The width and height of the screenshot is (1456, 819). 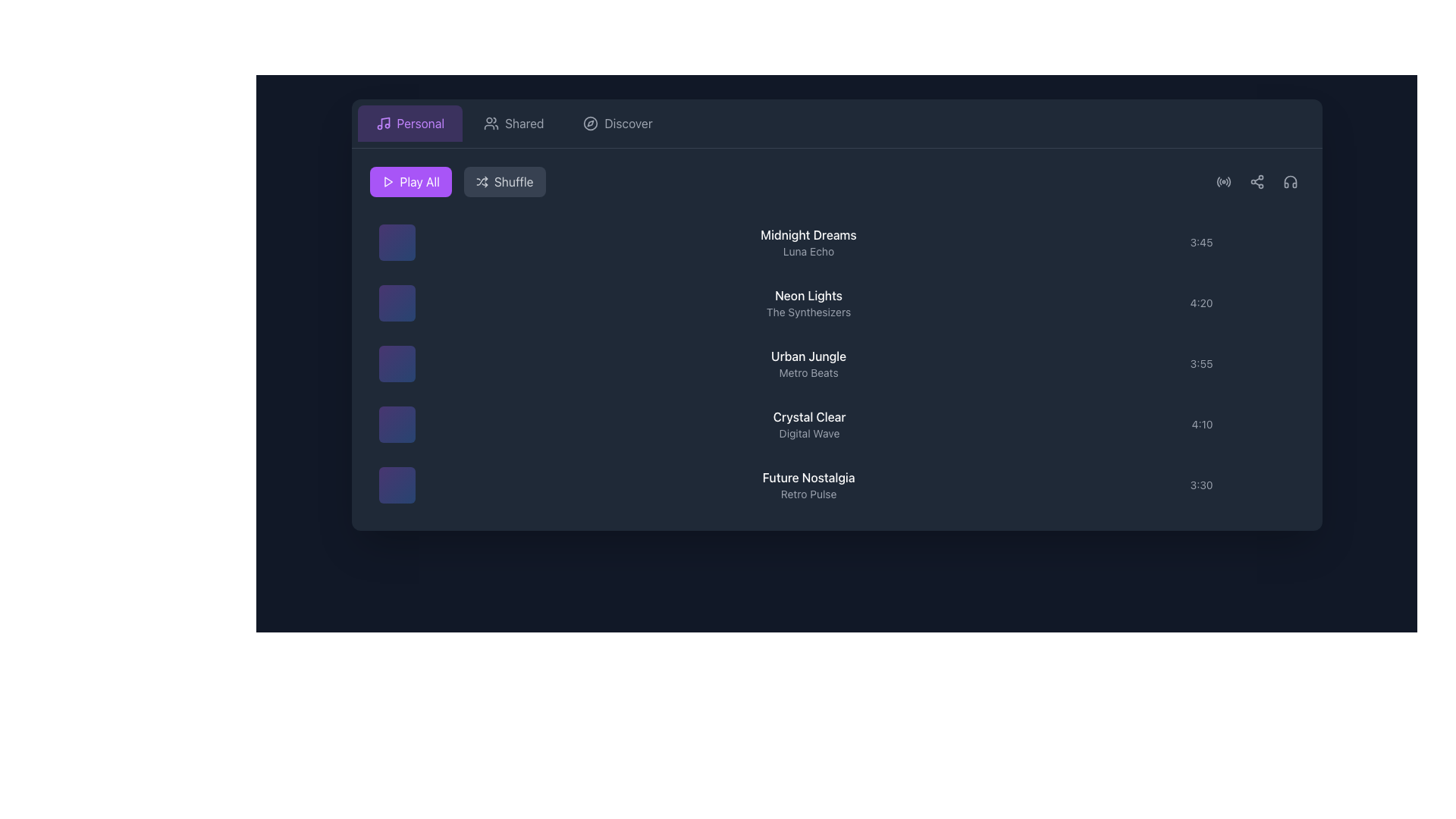 What do you see at coordinates (388, 180) in the screenshot?
I see `the triangular 'Play' icon within the purple 'Play All' button to initiate the play-all functionality` at bounding box center [388, 180].